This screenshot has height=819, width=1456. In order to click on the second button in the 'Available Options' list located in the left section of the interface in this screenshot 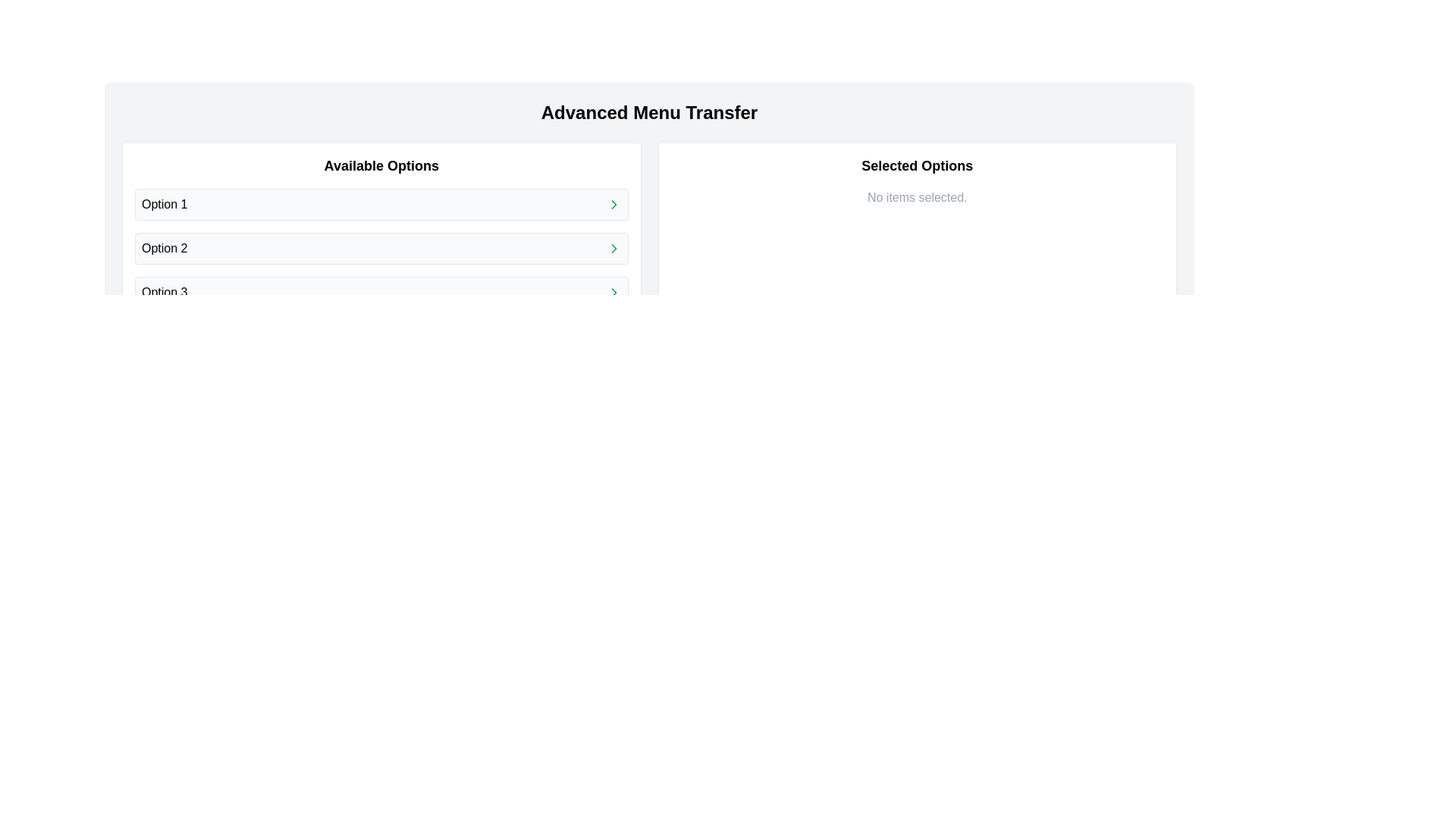, I will do `click(381, 247)`.